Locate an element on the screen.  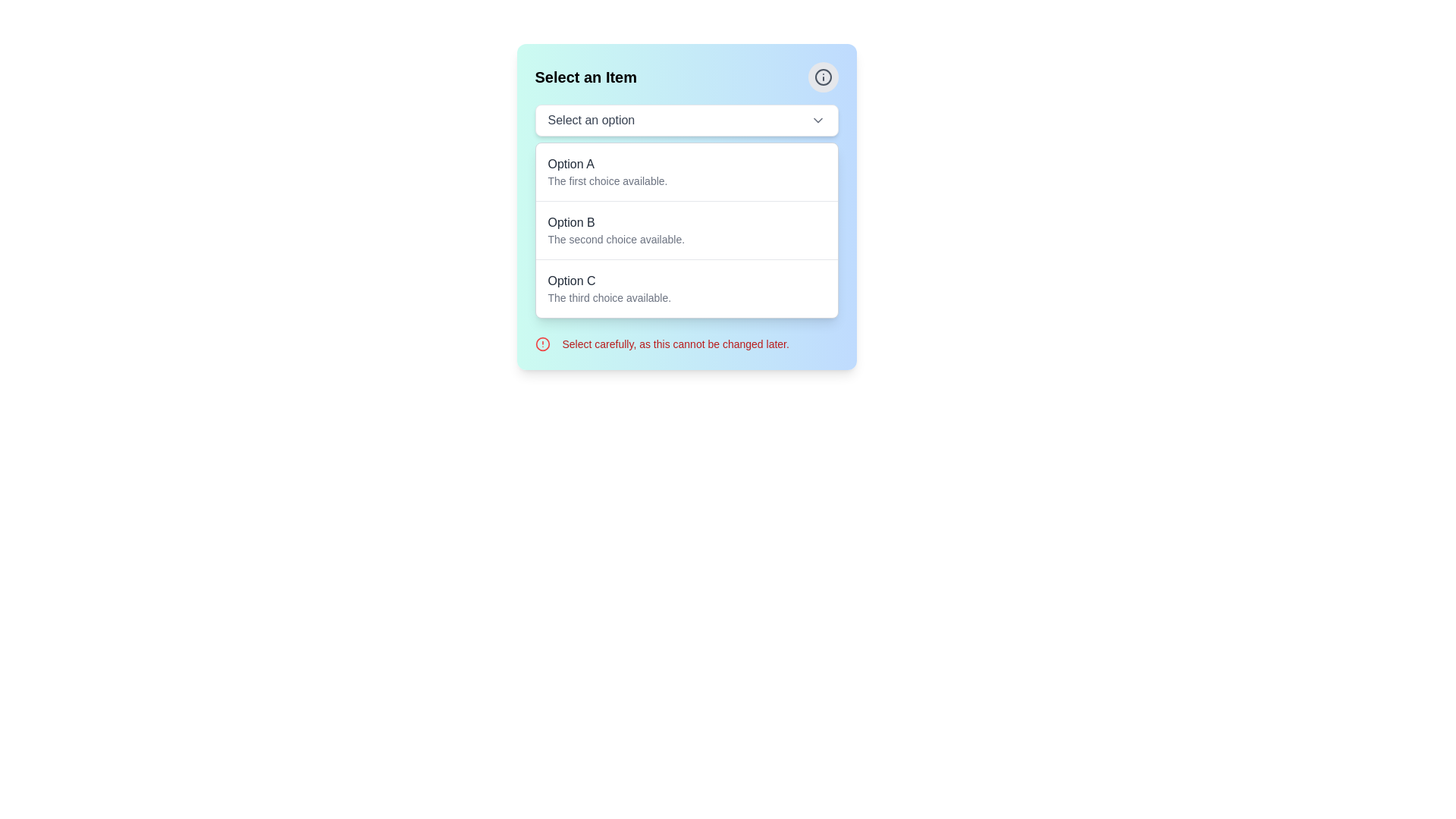
the text element that reads 'The first choice available.' located beneath the bold text 'Option A' in the dropdown menu is located at coordinates (607, 180).